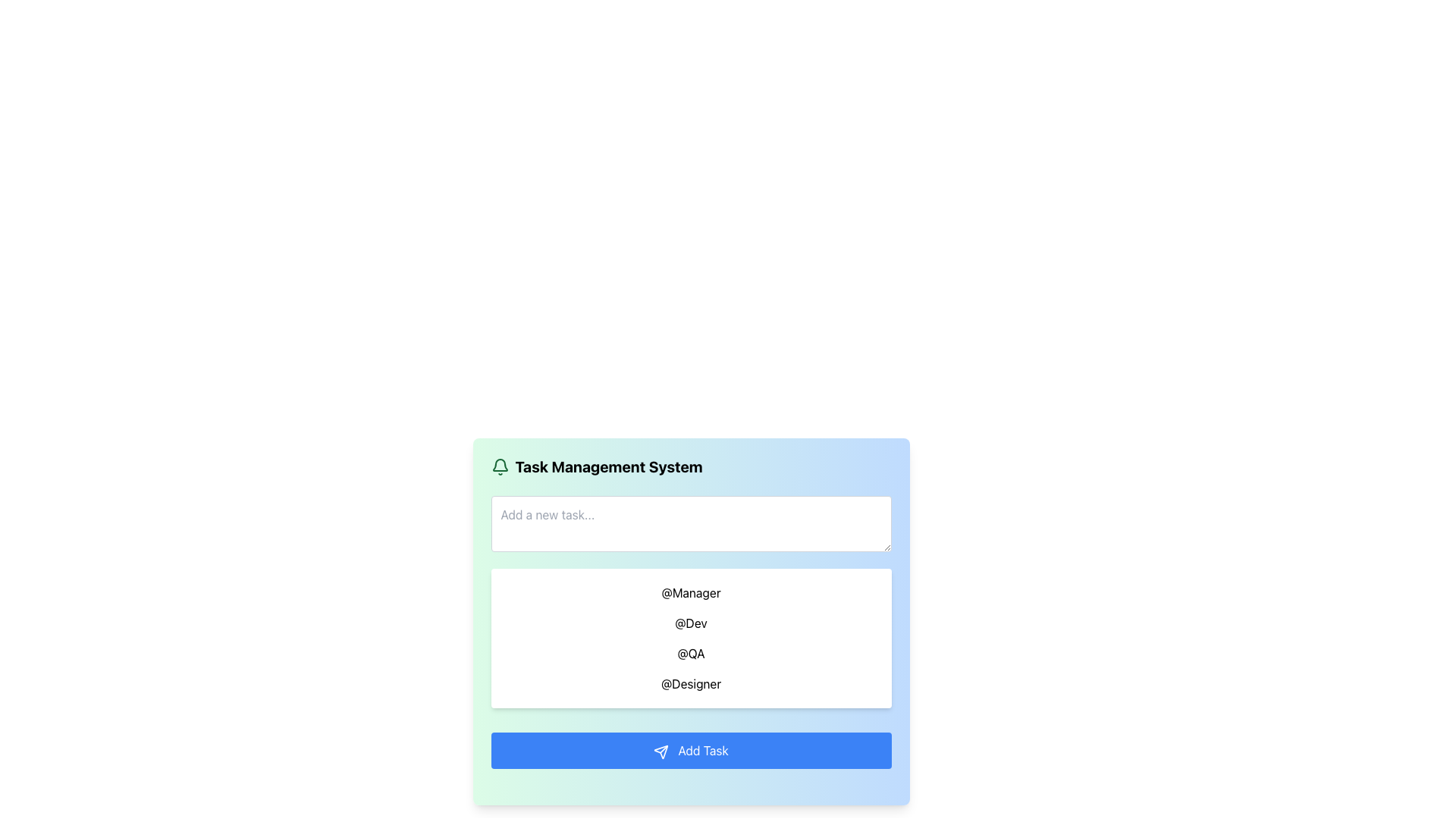 The width and height of the screenshot is (1456, 819). Describe the element at coordinates (690, 592) in the screenshot. I see `the selectable list item displaying the text '@Manager'` at that location.